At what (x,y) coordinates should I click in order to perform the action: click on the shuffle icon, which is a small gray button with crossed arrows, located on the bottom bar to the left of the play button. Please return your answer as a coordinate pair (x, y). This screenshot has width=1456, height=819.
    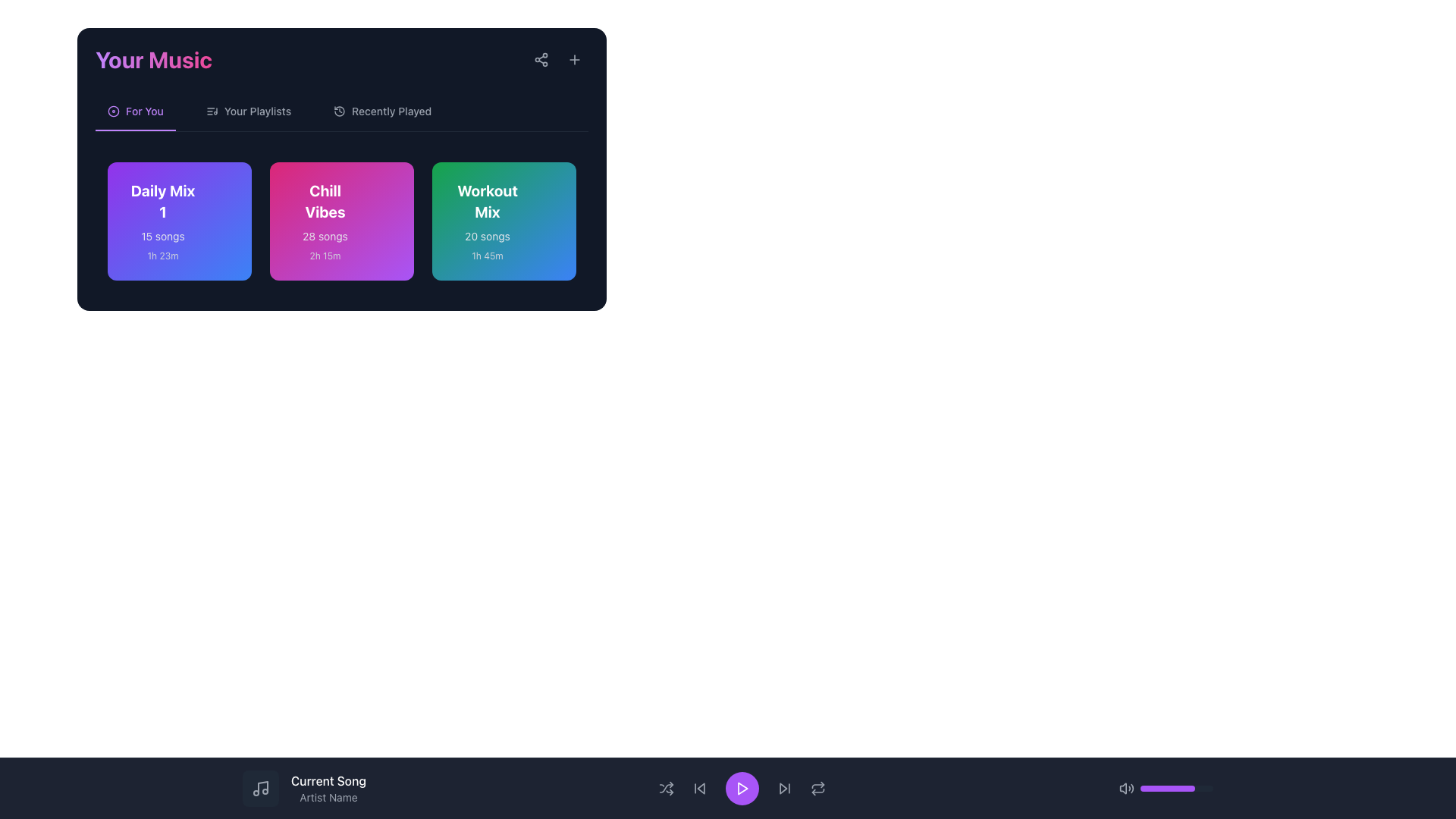
    Looking at the image, I should click on (667, 788).